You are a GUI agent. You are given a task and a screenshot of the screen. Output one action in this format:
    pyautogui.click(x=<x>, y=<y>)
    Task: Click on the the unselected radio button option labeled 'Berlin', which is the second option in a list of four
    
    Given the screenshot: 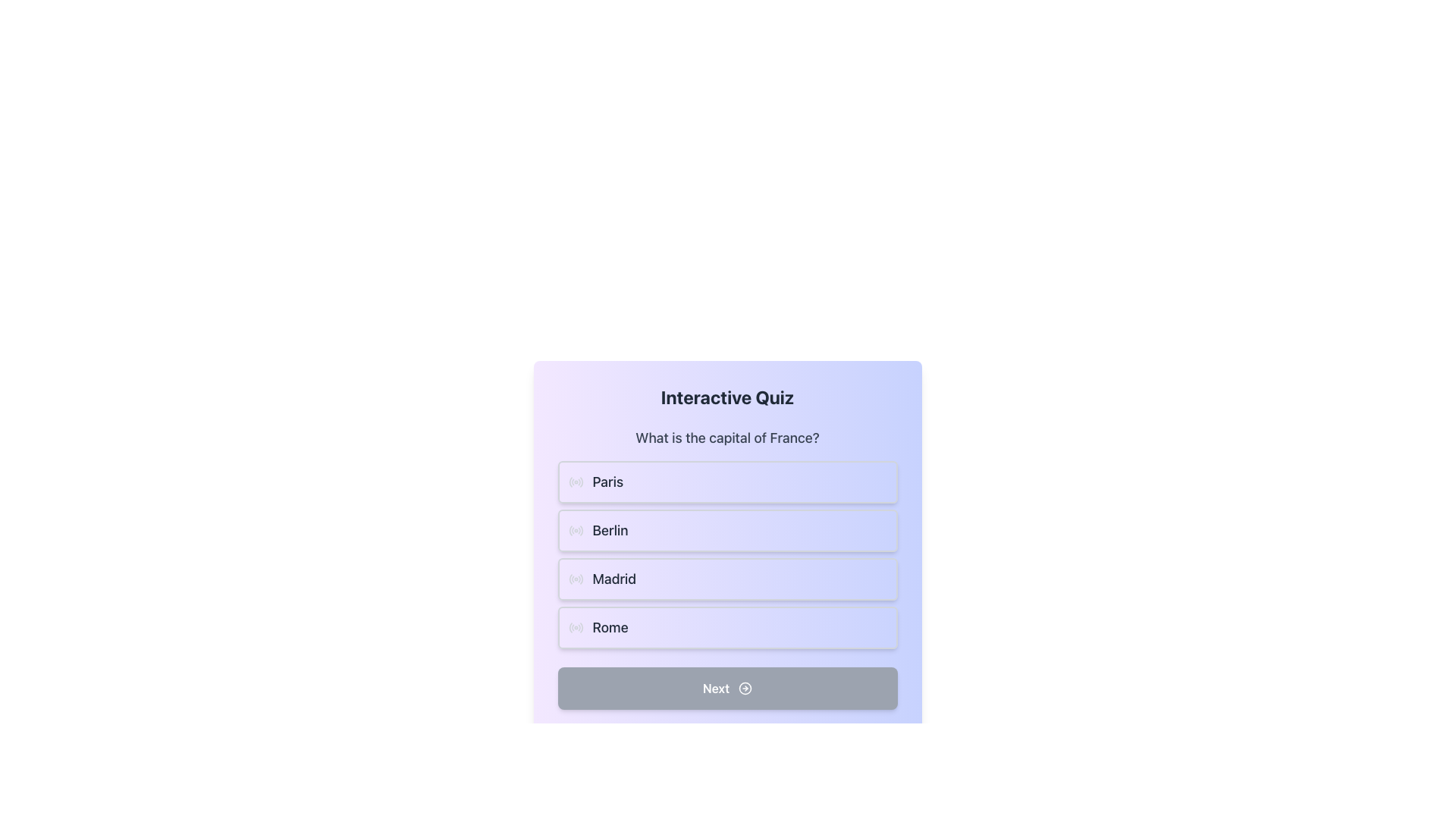 What is the action you would take?
    pyautogui.click(x=726, y=529)
    